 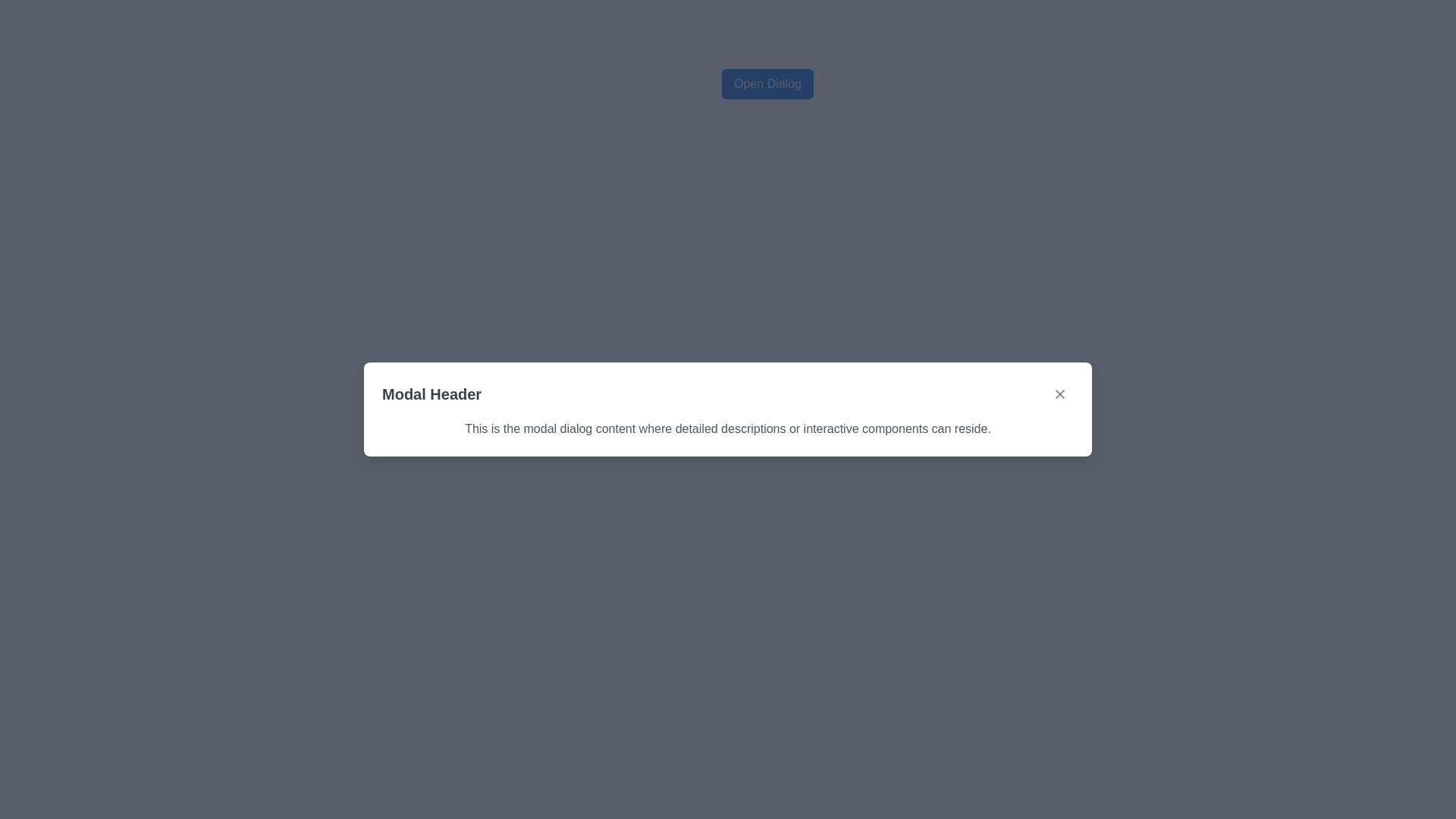 I want to click on the 'Modal Header' text label, which is prominently styled in bold, larger font and located at the top left of the modal dialog box, so click(x=431, y=394).